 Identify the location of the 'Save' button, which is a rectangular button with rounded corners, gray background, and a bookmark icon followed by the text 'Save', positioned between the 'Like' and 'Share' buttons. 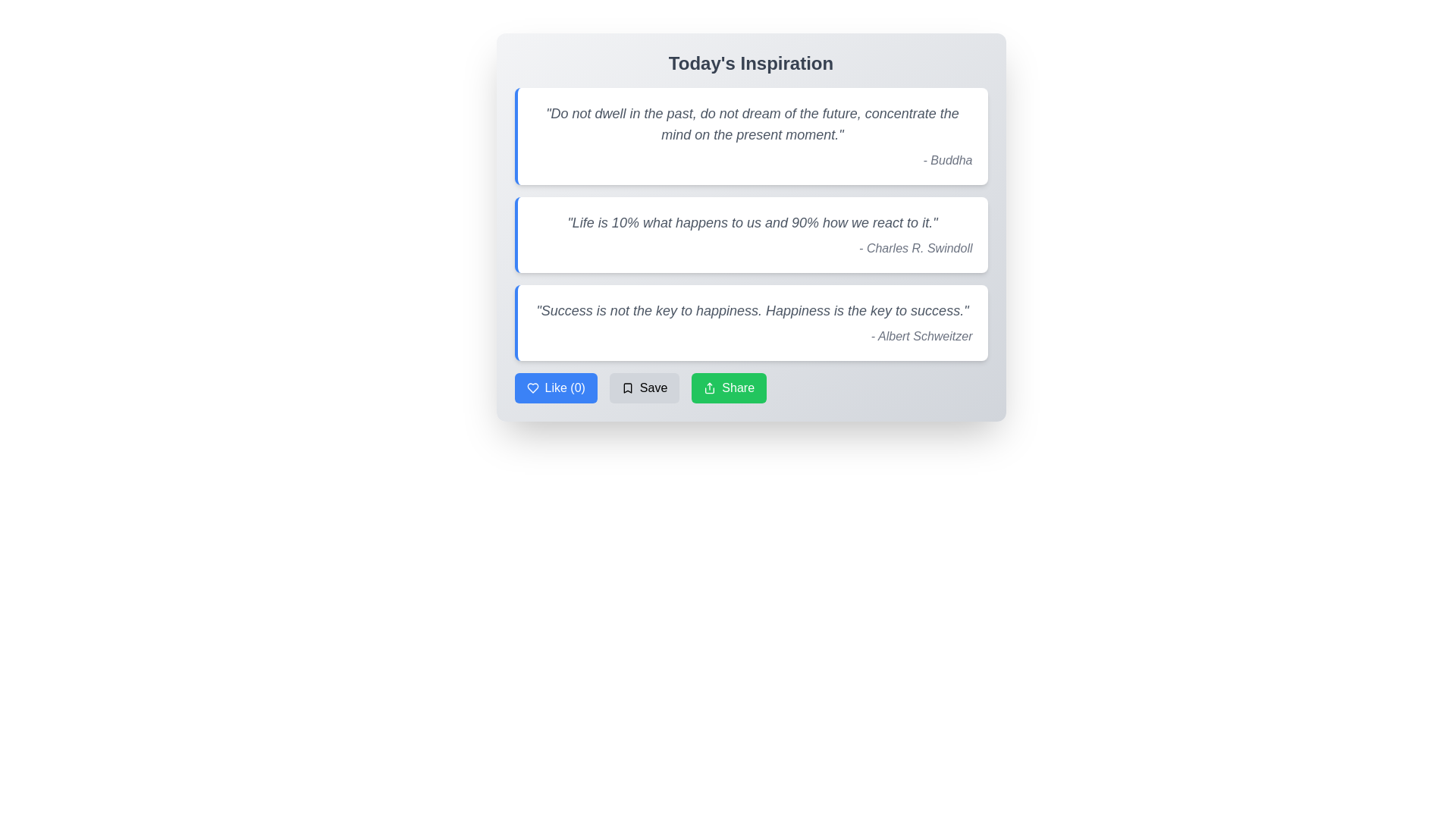
(645, 388).